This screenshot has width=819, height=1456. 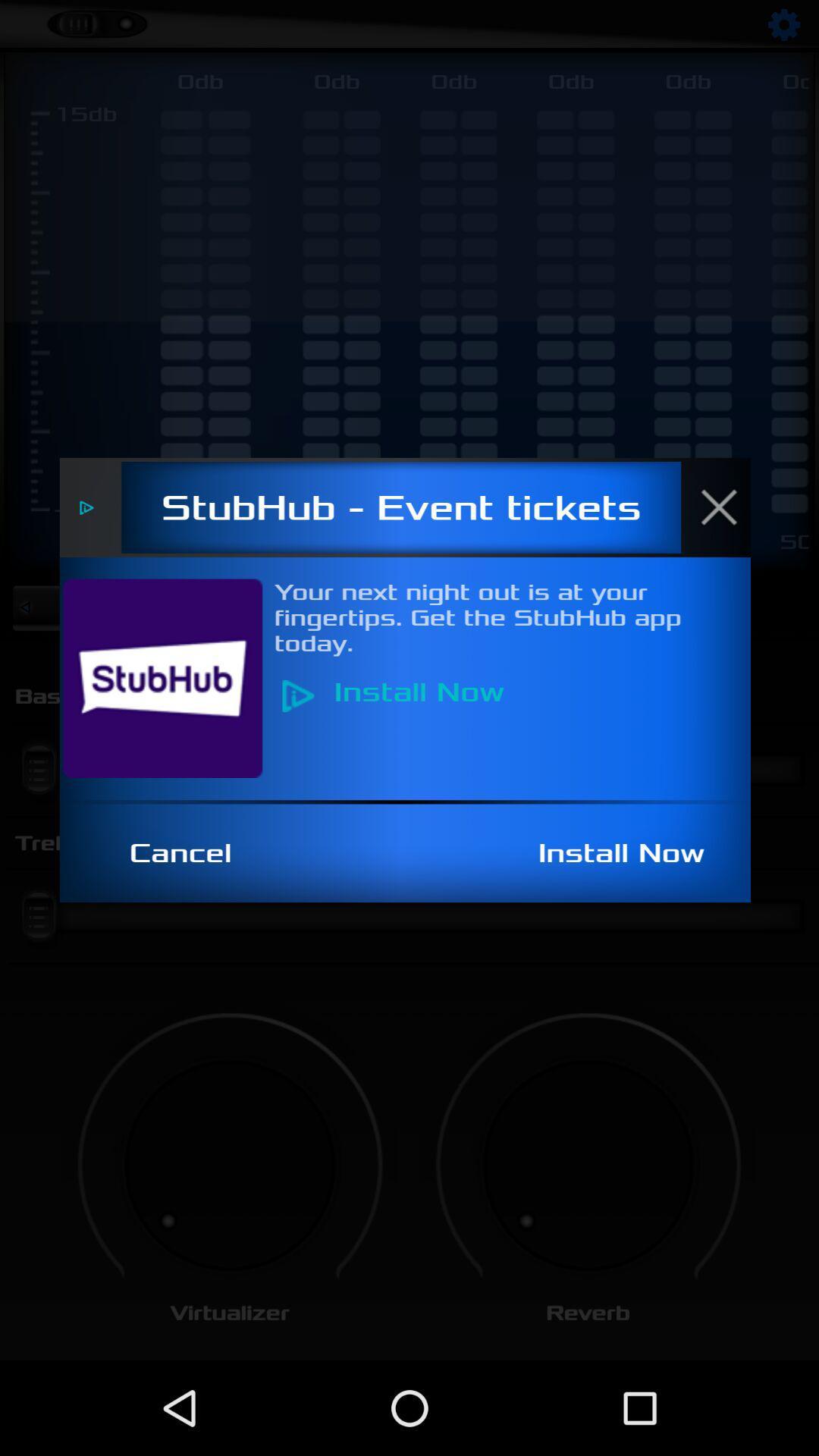 What do you see at coordinates (171, 677) in the screenshot?
I see `the icon next to your next night item` at bounding box center [171, 677].